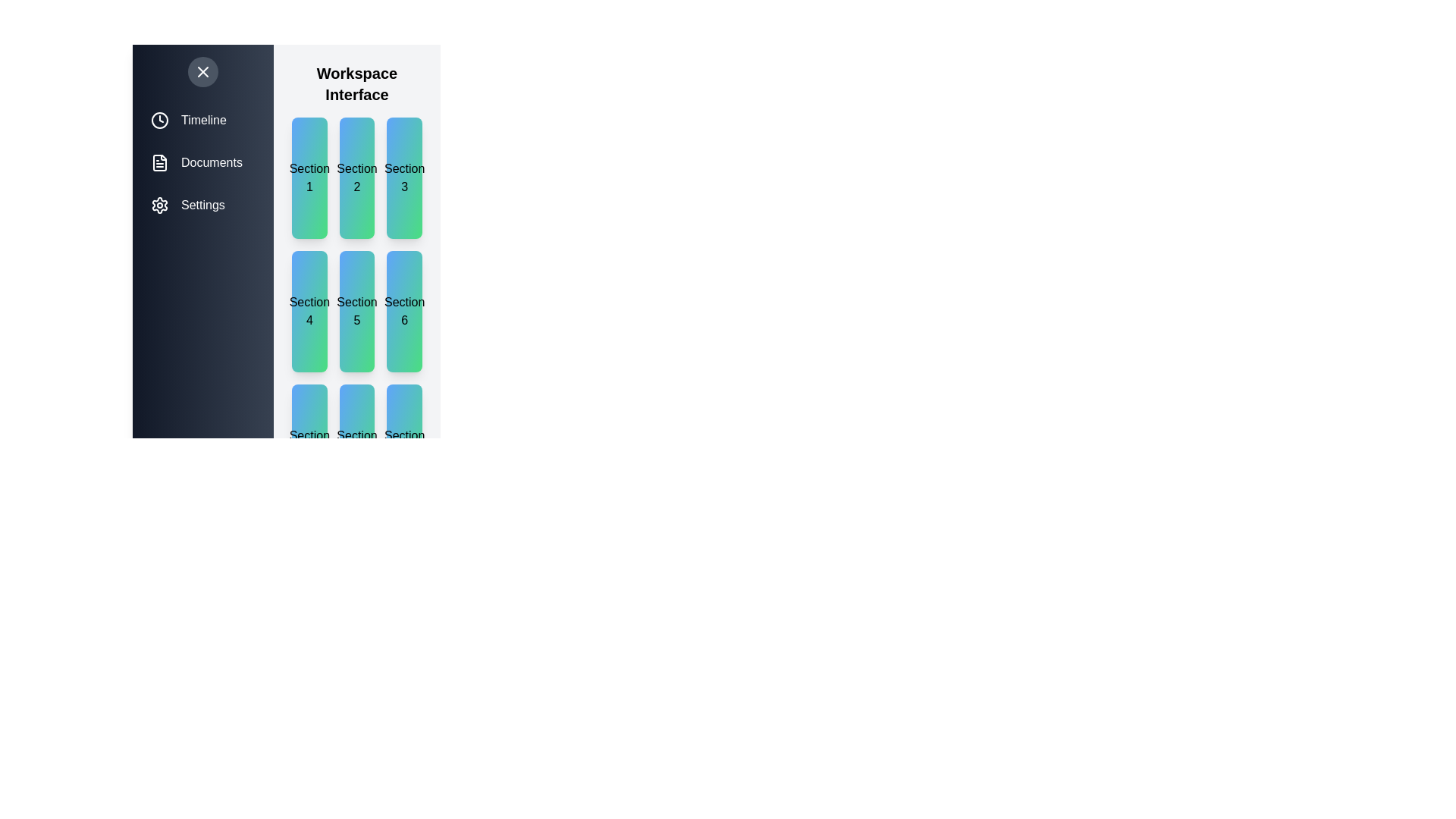 Image resolution: width=1456 pixels, height=819 pixels. I want to click on the Timeline from the navigation menu, so click(202, 119).